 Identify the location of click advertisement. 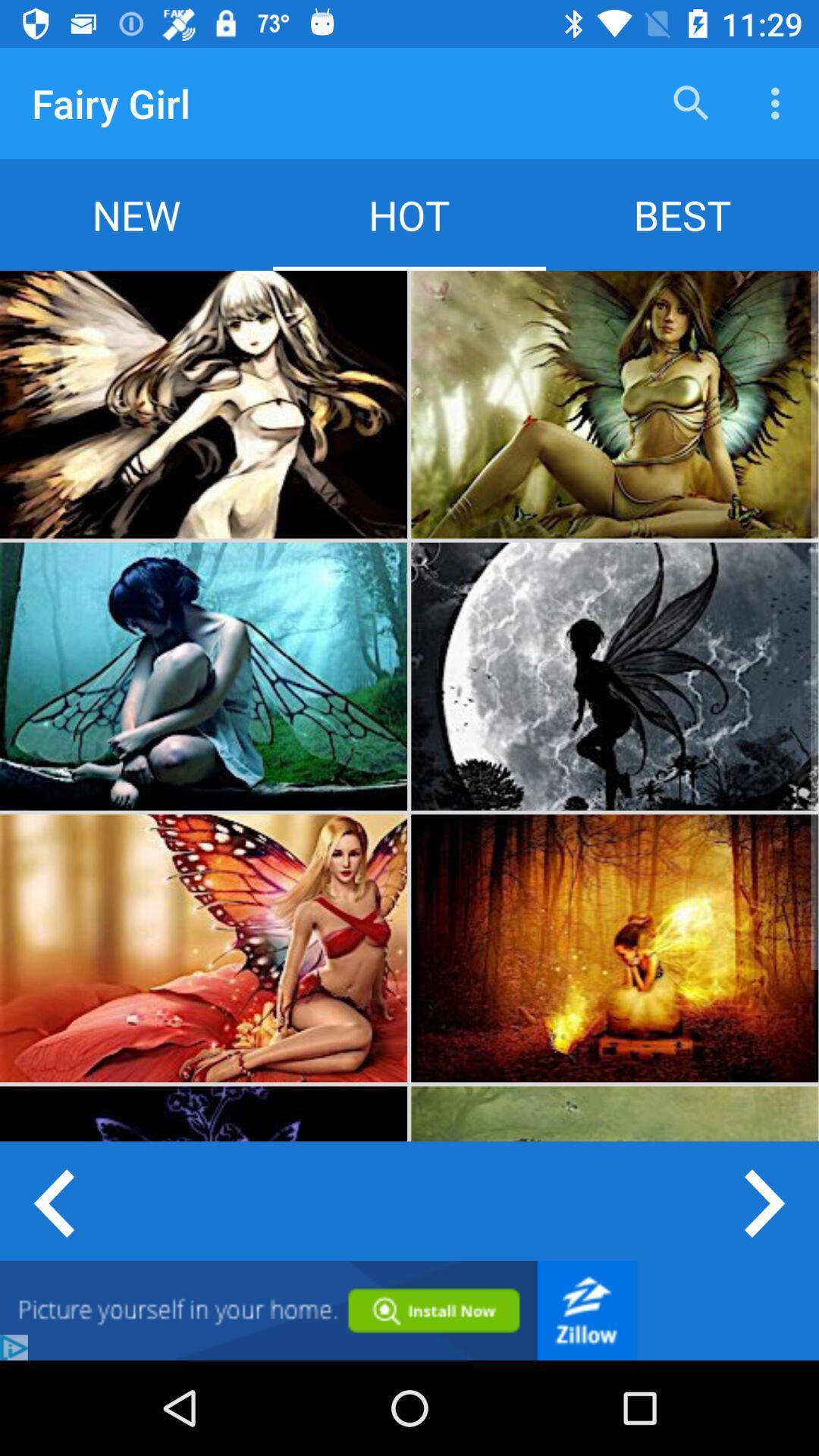
(318, 1310).